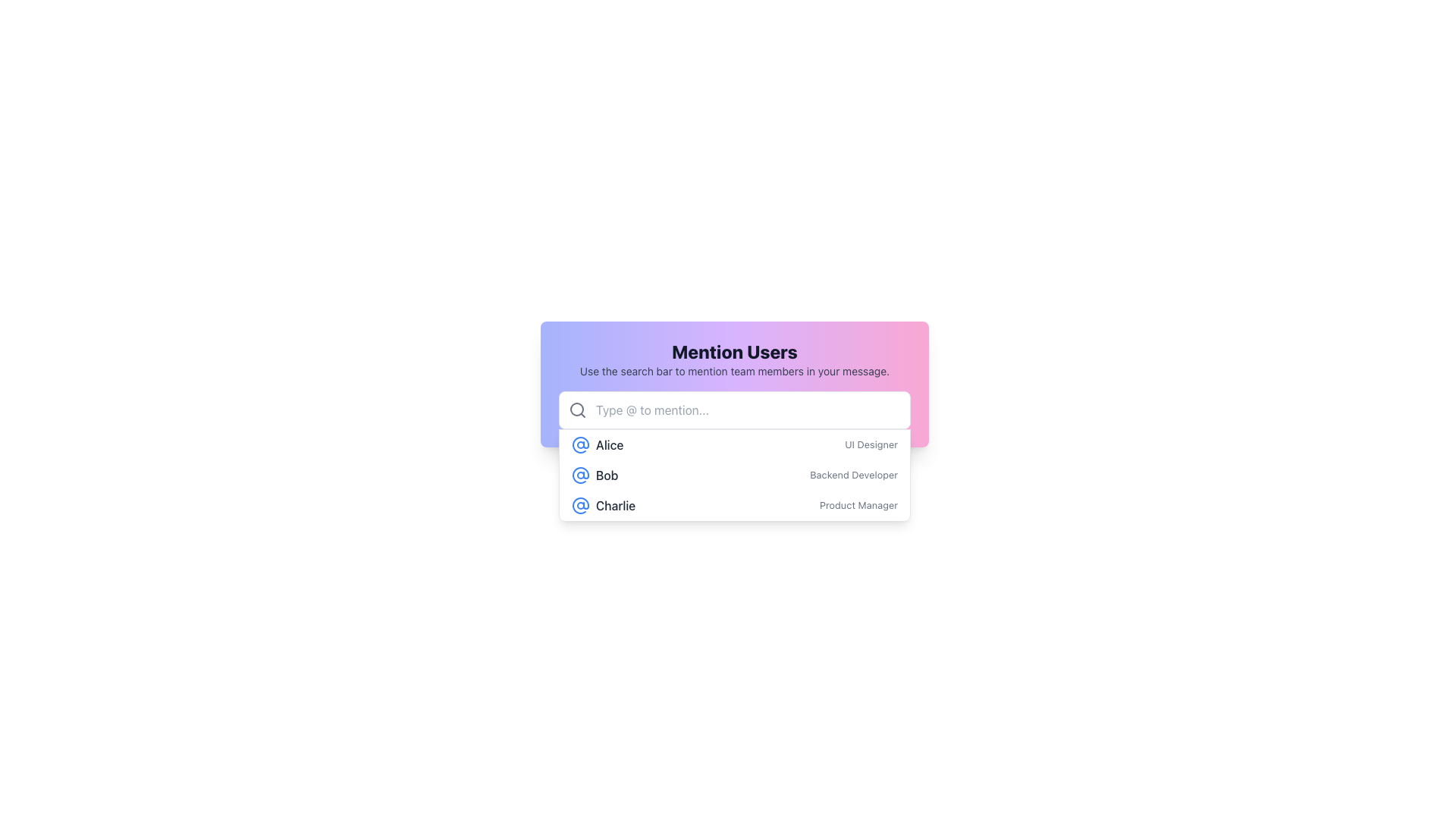  What do you see at coordinates (580, 475) in the screenshot?
I see `the '@' icon with a blue outline located to the left of the text 'Bob' to trigger a tooltip or highlight effect` at bounding box center [580, 475].